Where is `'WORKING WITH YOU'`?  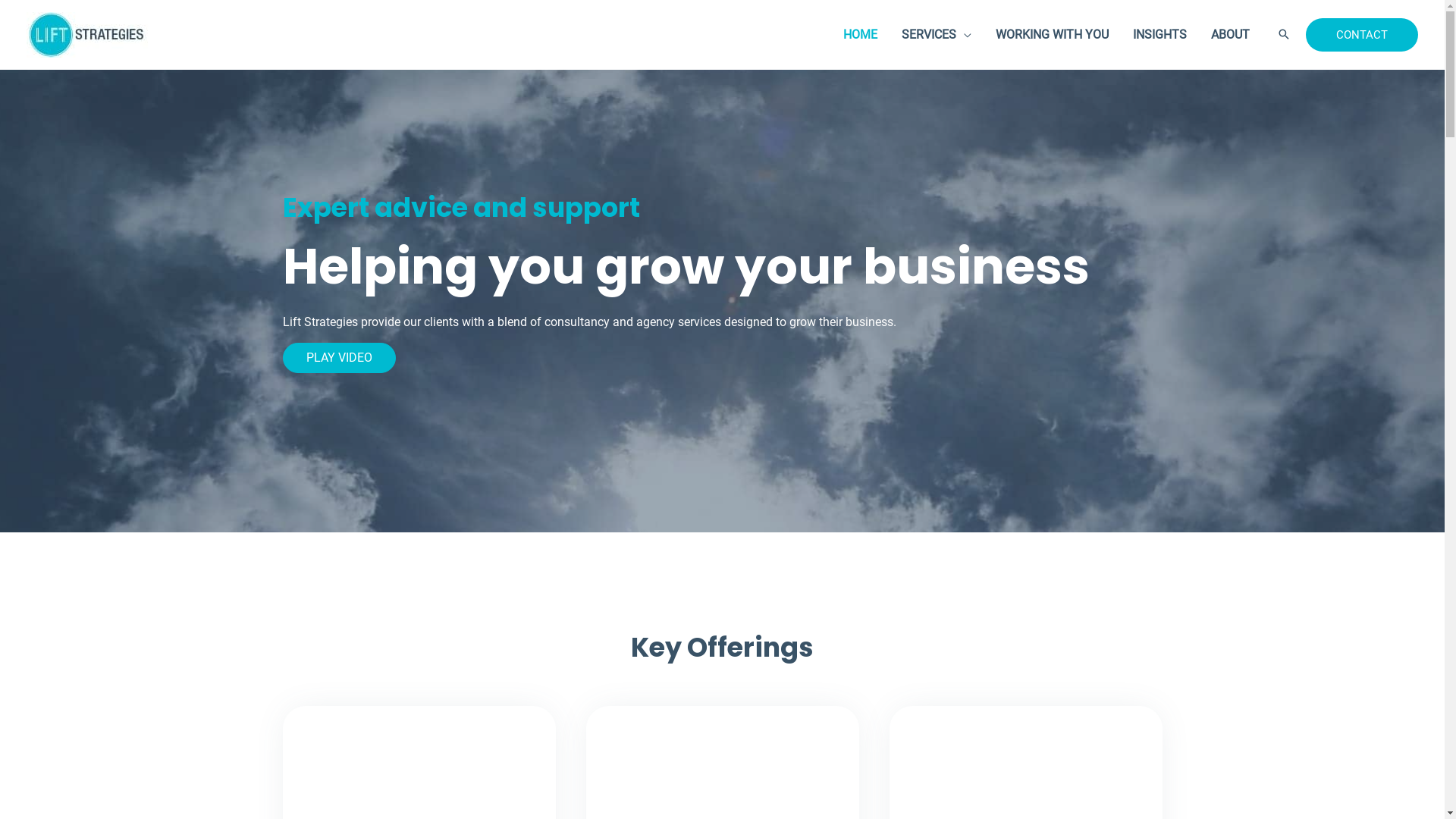 'WORKING WITH YOU' is located at coordinates (1051, 34).